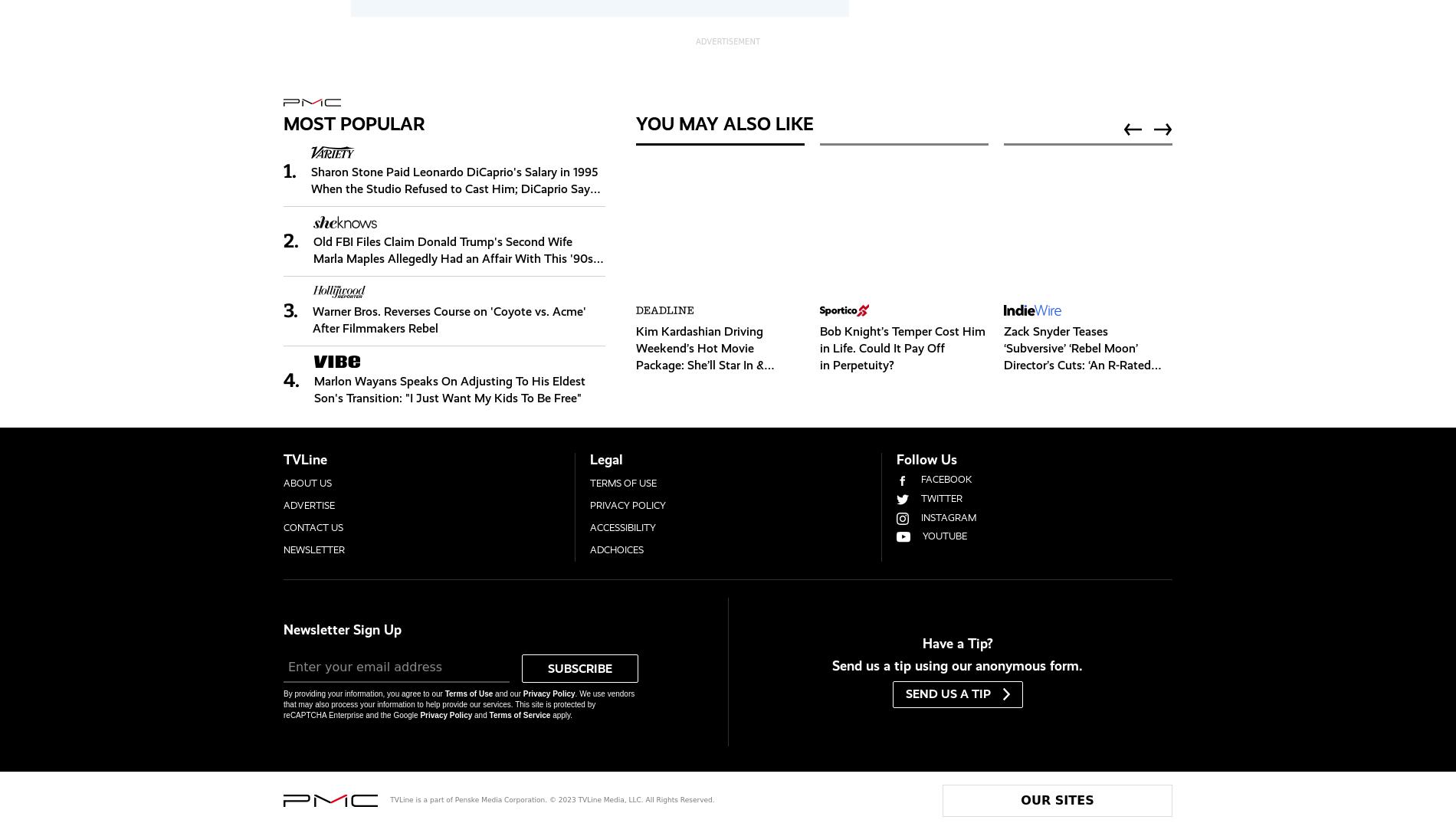  Describe the element at coordinates (449, 389) in the screenshot. I see `'Marlon Wayans Speaks On Adjusting To His Eldest Son's Transition: "I Just Want My Kids To Be Free"'` at that location.